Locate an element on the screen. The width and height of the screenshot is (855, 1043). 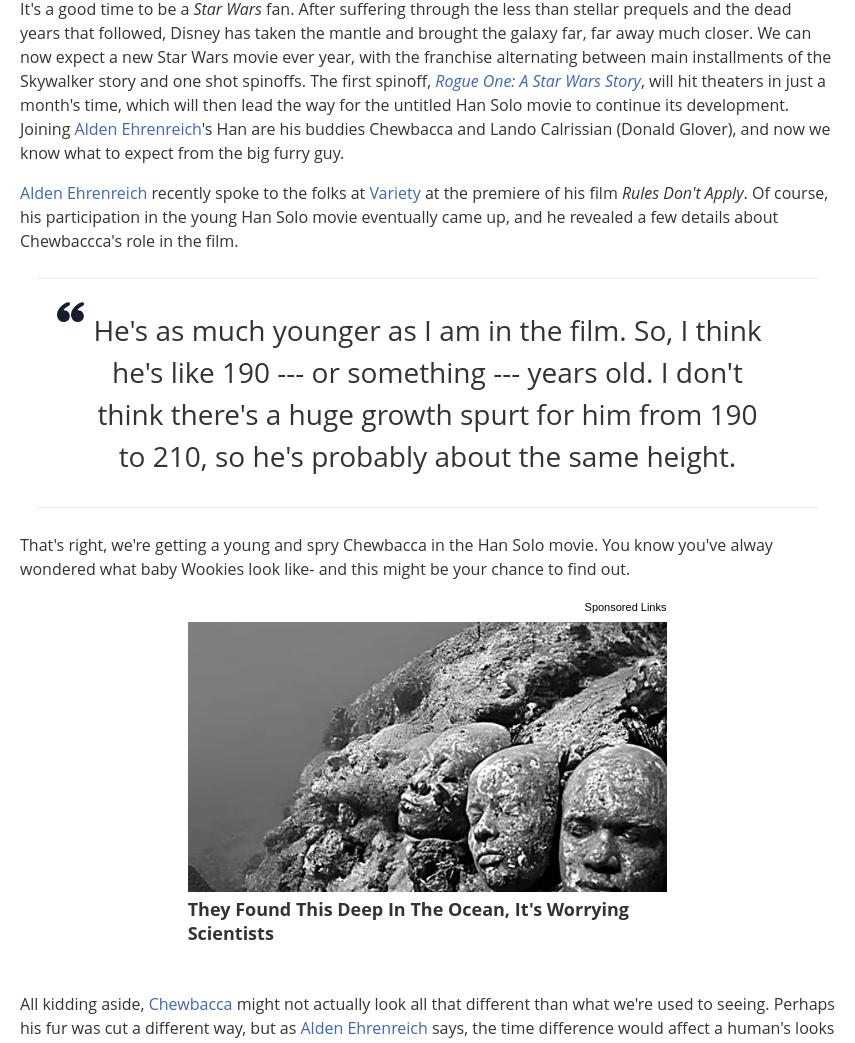
'All kidding aside,' is located at coordinates (83, 1003).